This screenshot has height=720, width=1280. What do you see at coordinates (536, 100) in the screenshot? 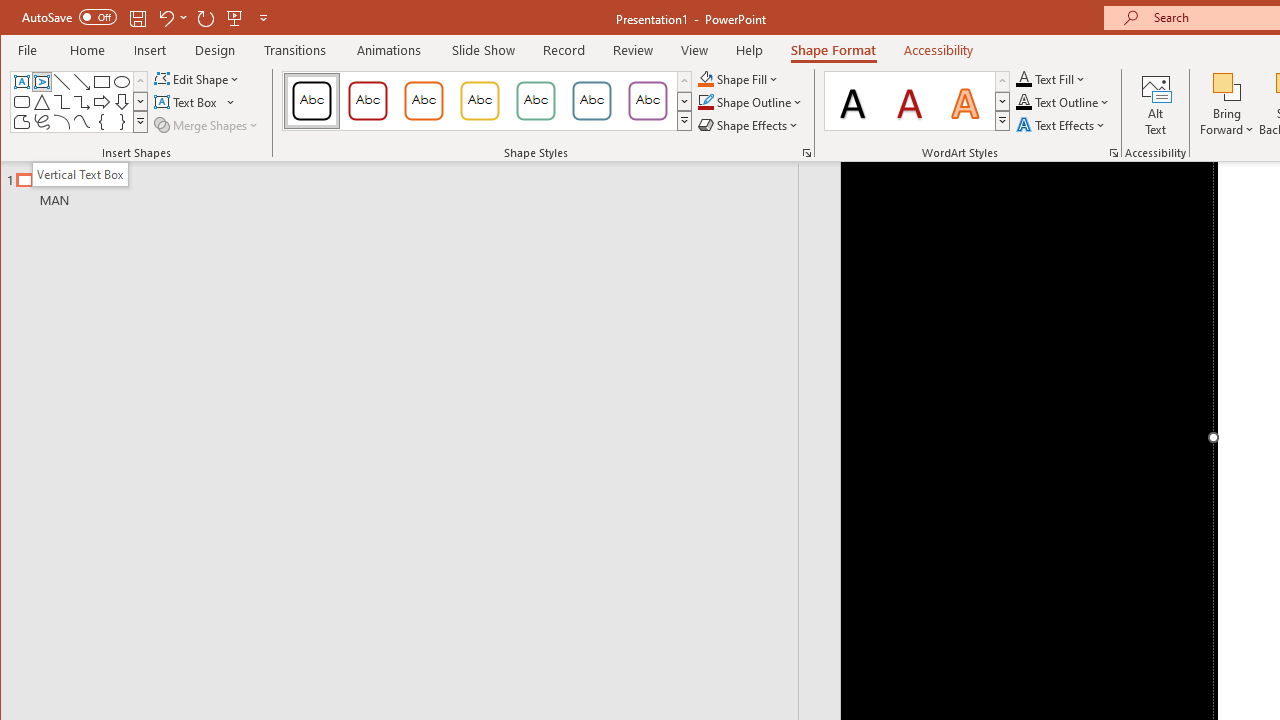
I see `'Colored Outline - Green, Accent 4'` at bounding box center [536, 100].